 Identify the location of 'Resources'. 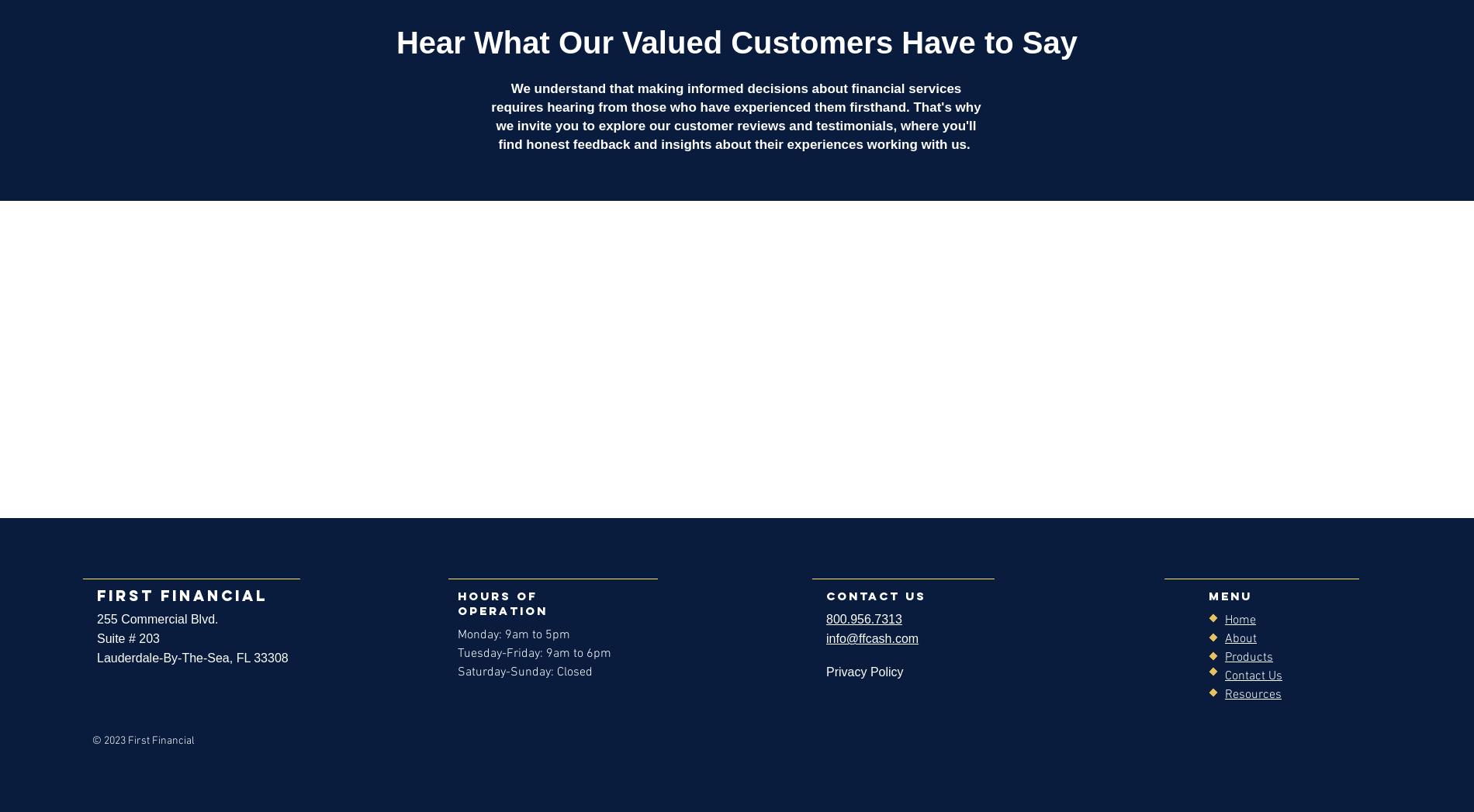
(1253, 693).